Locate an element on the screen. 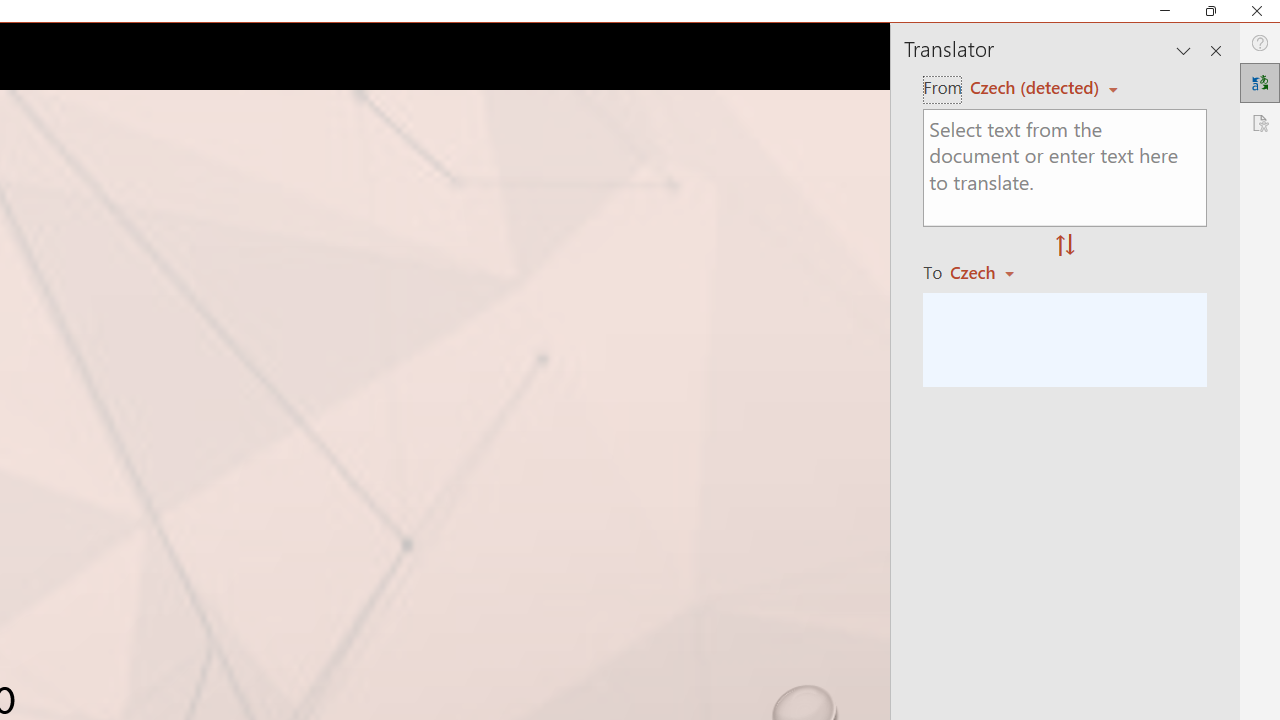 The height and width of the screenshot is (720, 1280). 'Czech' is located at coordinates (991, 272).